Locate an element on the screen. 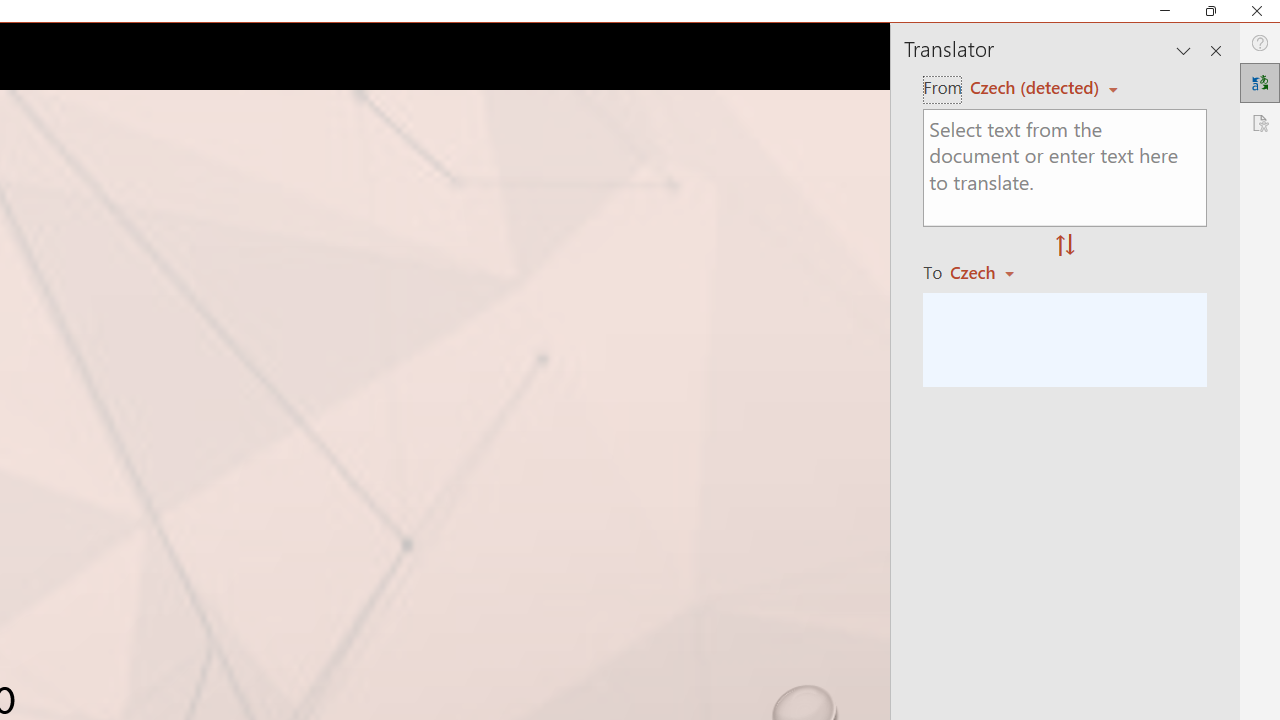 The height and width of the screenshot is (720, 1280). 'Czech' is located at coordinates (991, 272).